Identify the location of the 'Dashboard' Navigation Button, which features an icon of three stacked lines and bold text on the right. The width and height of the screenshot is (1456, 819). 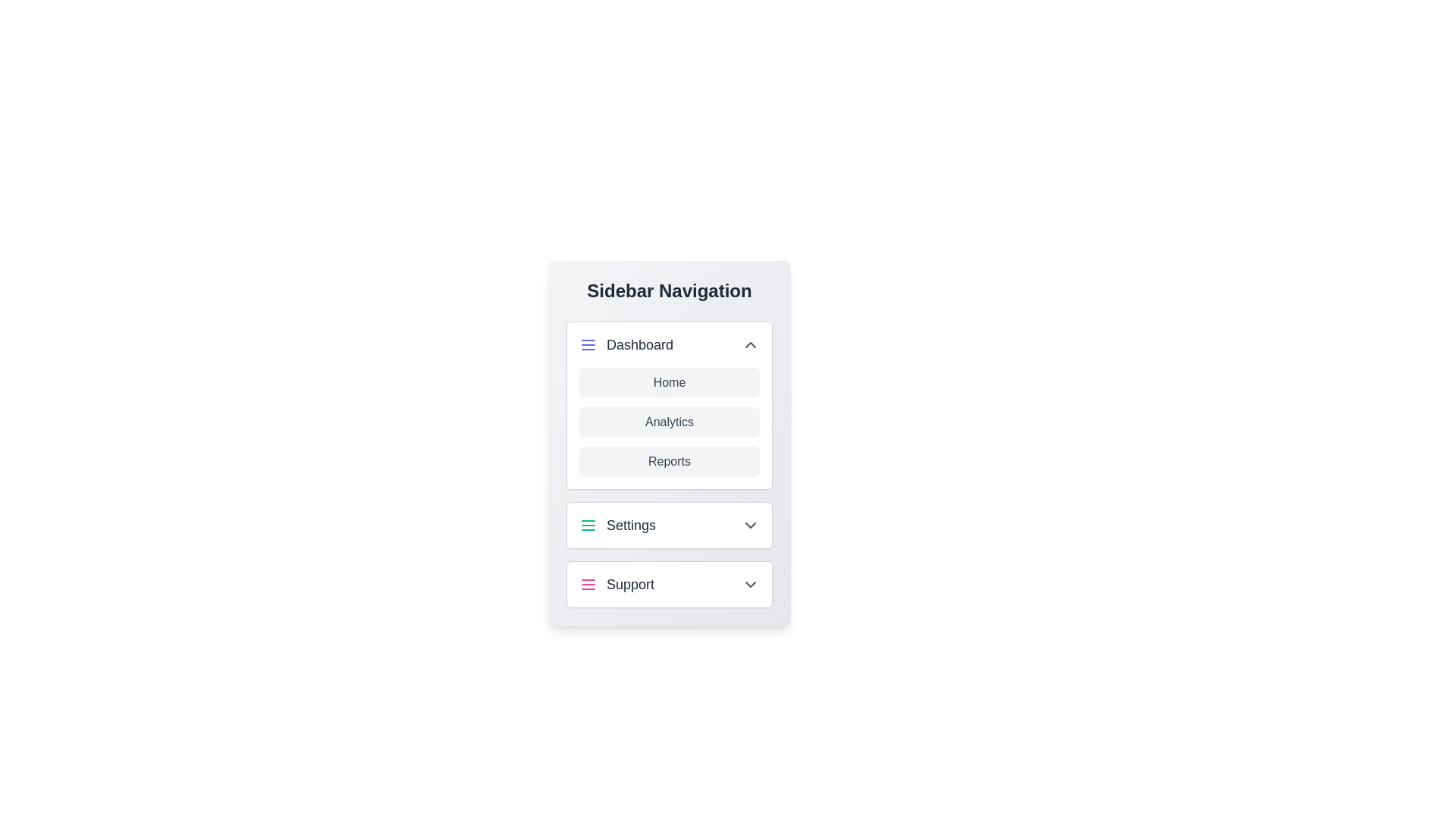
(626, 345).